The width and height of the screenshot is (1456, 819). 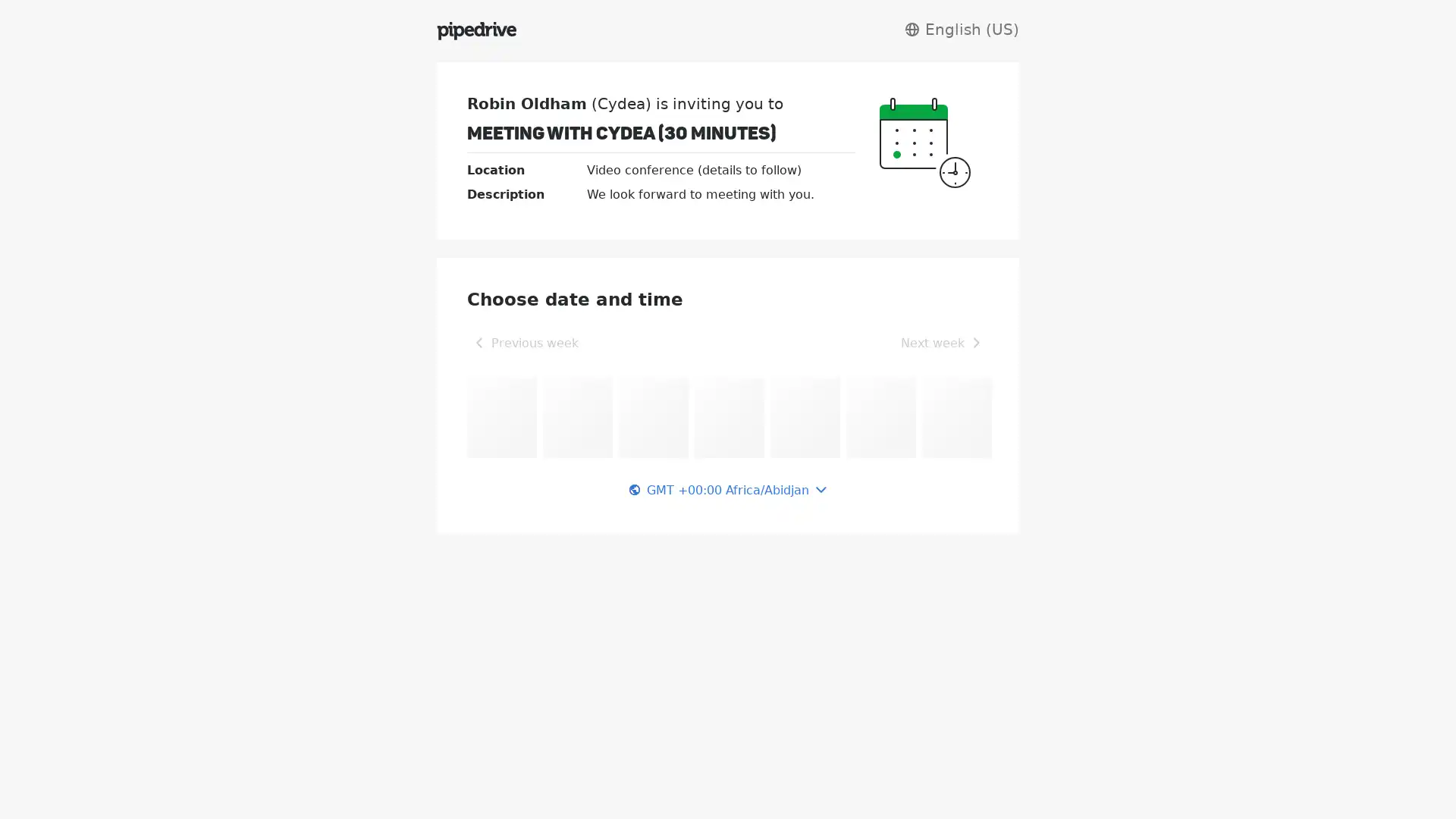 What do you see at coordinates (1178, 778) in the screenshot?
I see `Accept All Cookies` at bounding box center [1178, 778].